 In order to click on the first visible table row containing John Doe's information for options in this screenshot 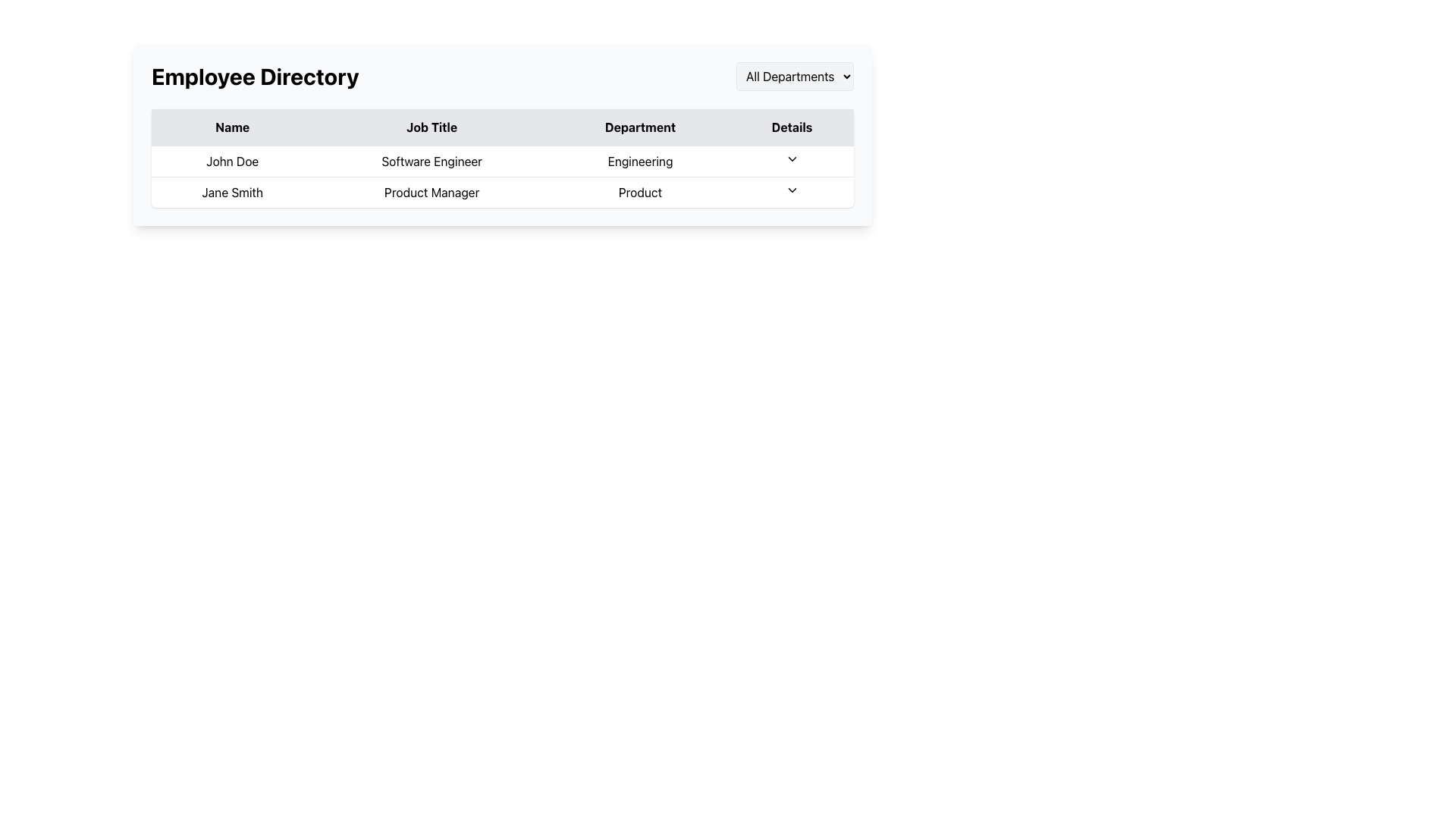, I will do `click(502, 175)`.